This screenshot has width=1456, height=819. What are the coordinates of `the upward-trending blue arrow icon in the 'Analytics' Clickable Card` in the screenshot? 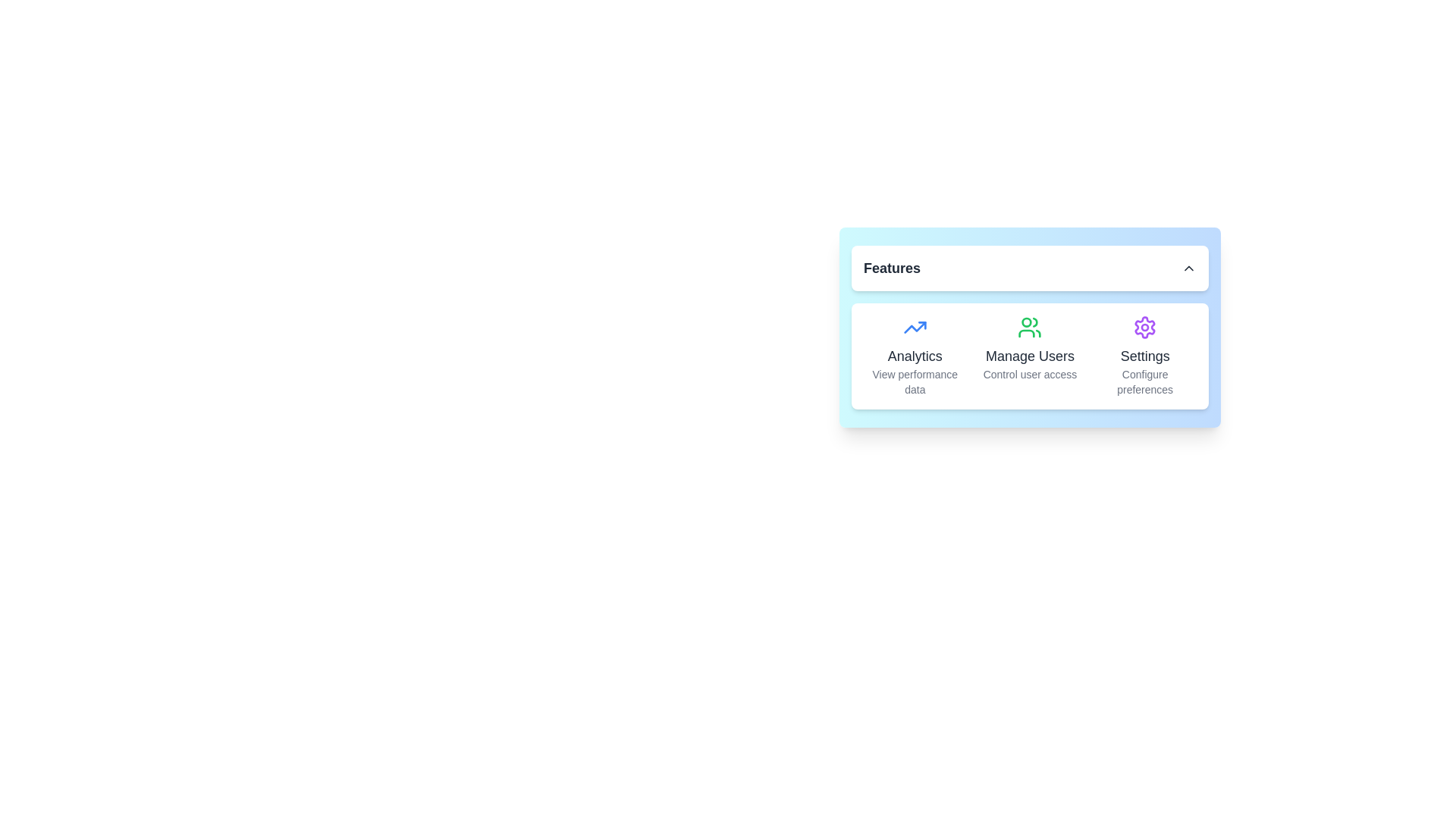 It's located at (914, 356).